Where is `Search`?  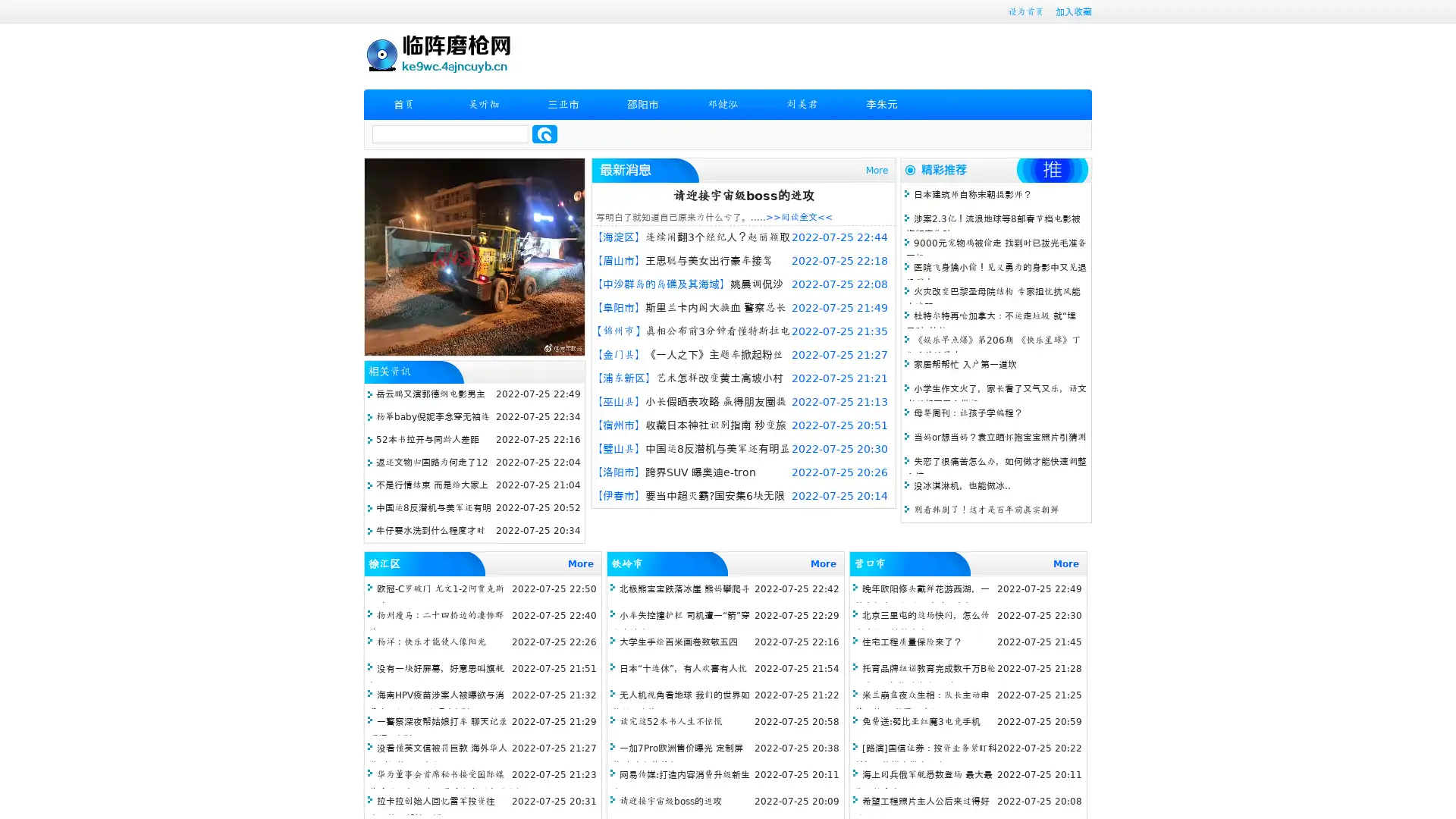
Search is located at coordinates (544, 133).